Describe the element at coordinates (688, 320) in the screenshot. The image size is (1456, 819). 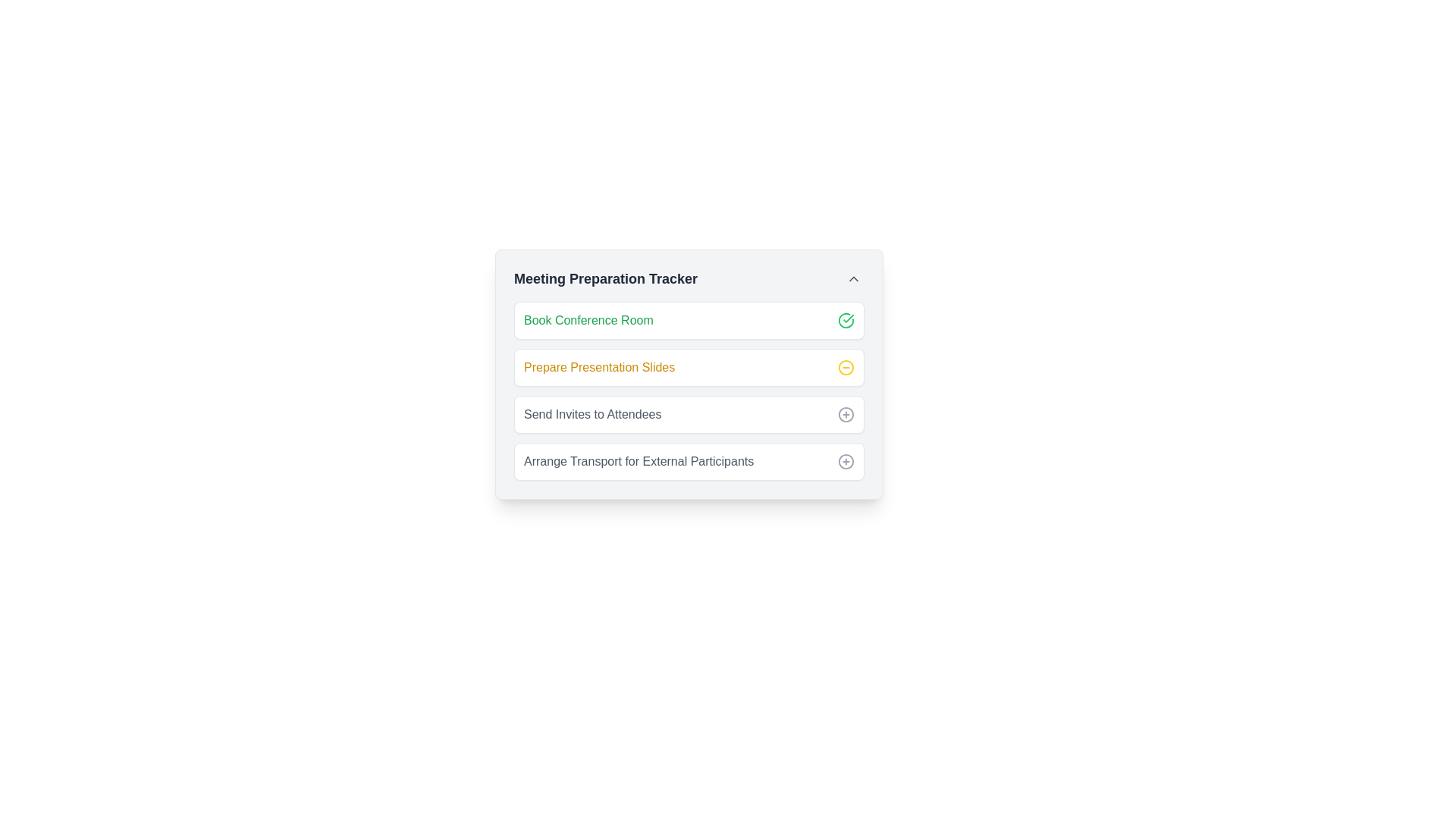
I see `the task item titled 'Book Conference Room' in the checklist interface` at that location.